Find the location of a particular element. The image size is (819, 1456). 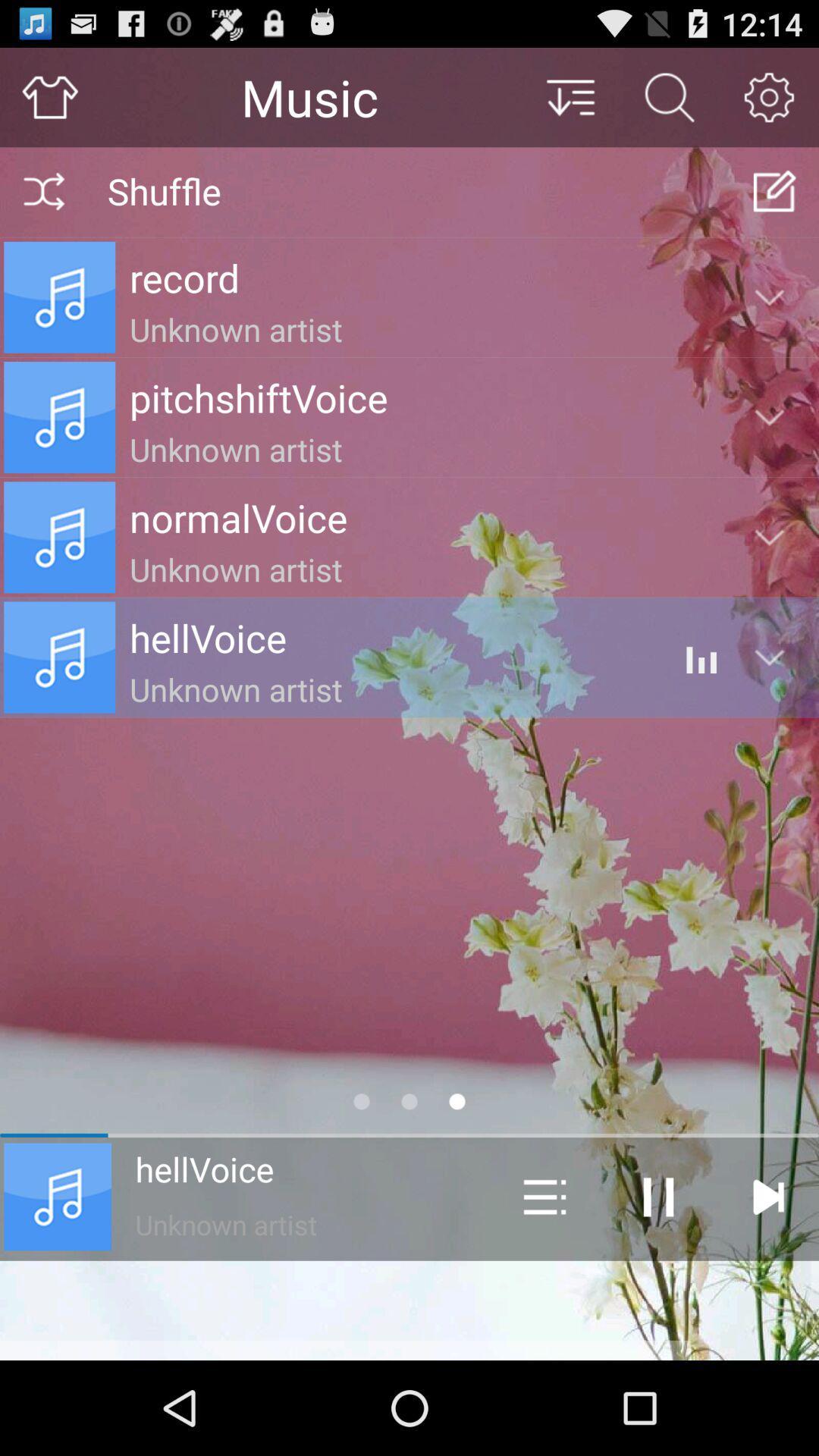

the skip_next icon is located at coordinates (767, 1280).